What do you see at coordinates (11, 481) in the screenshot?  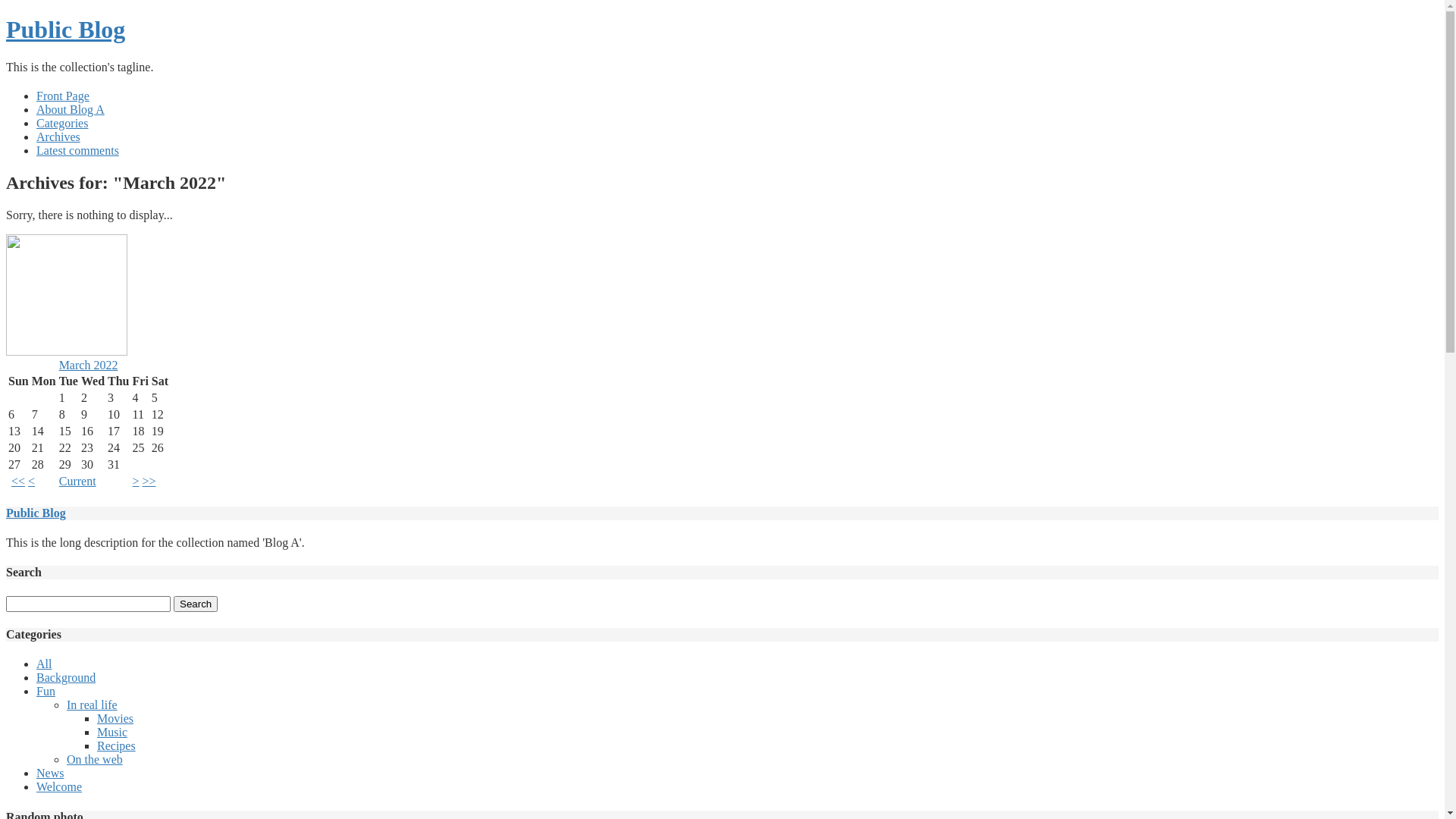 I see `'<<'` at bounding box center [11, 481].